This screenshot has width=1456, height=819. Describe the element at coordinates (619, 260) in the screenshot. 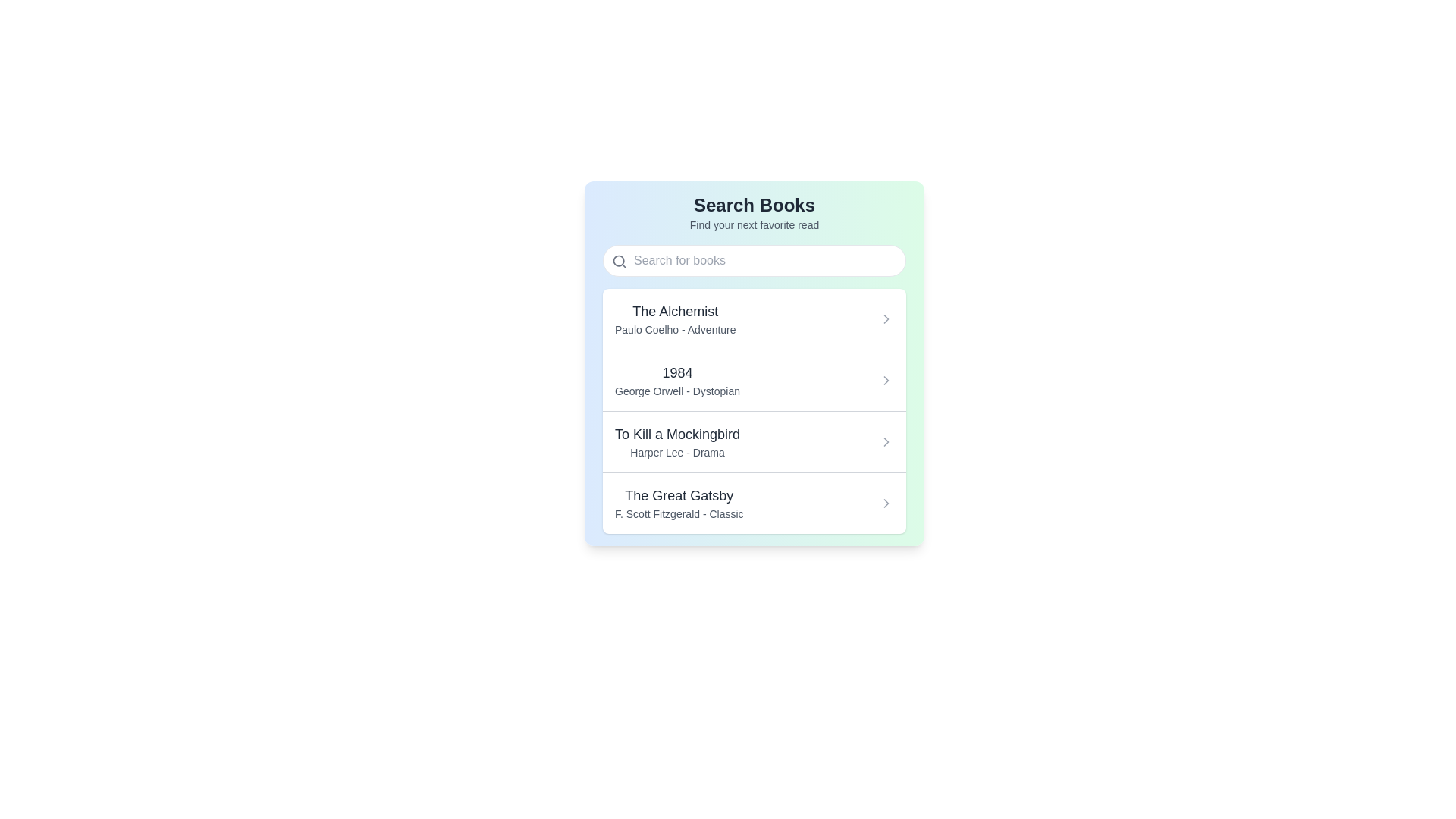

I see `the search icon located at the top-left corner of the search input field, which symbolizes the action of initiating a search` at that location.